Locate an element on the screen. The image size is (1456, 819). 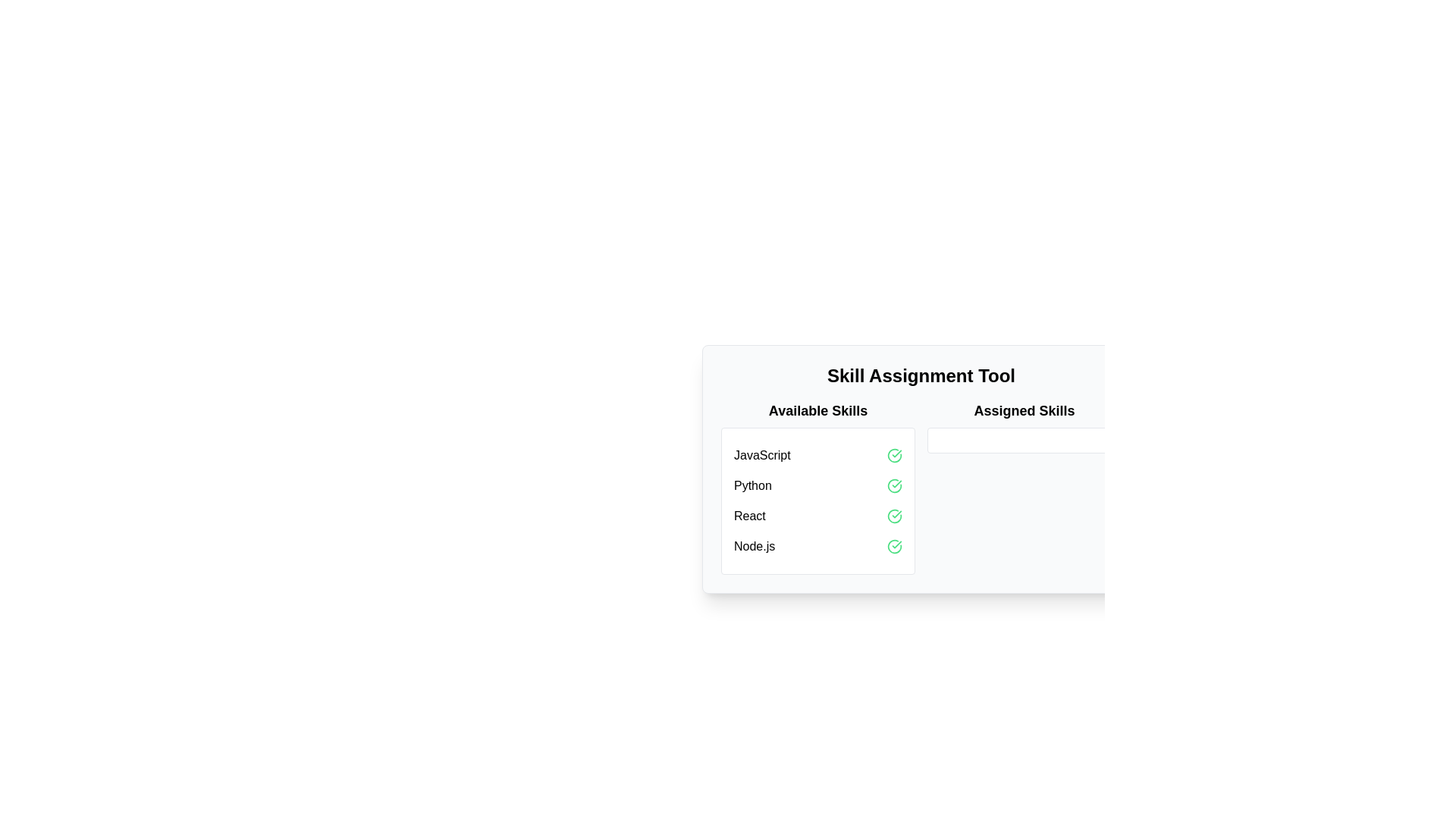
the first list item labeled 'JavaScript' in the 'Available Skills' section is located at coordinates (817, 455).